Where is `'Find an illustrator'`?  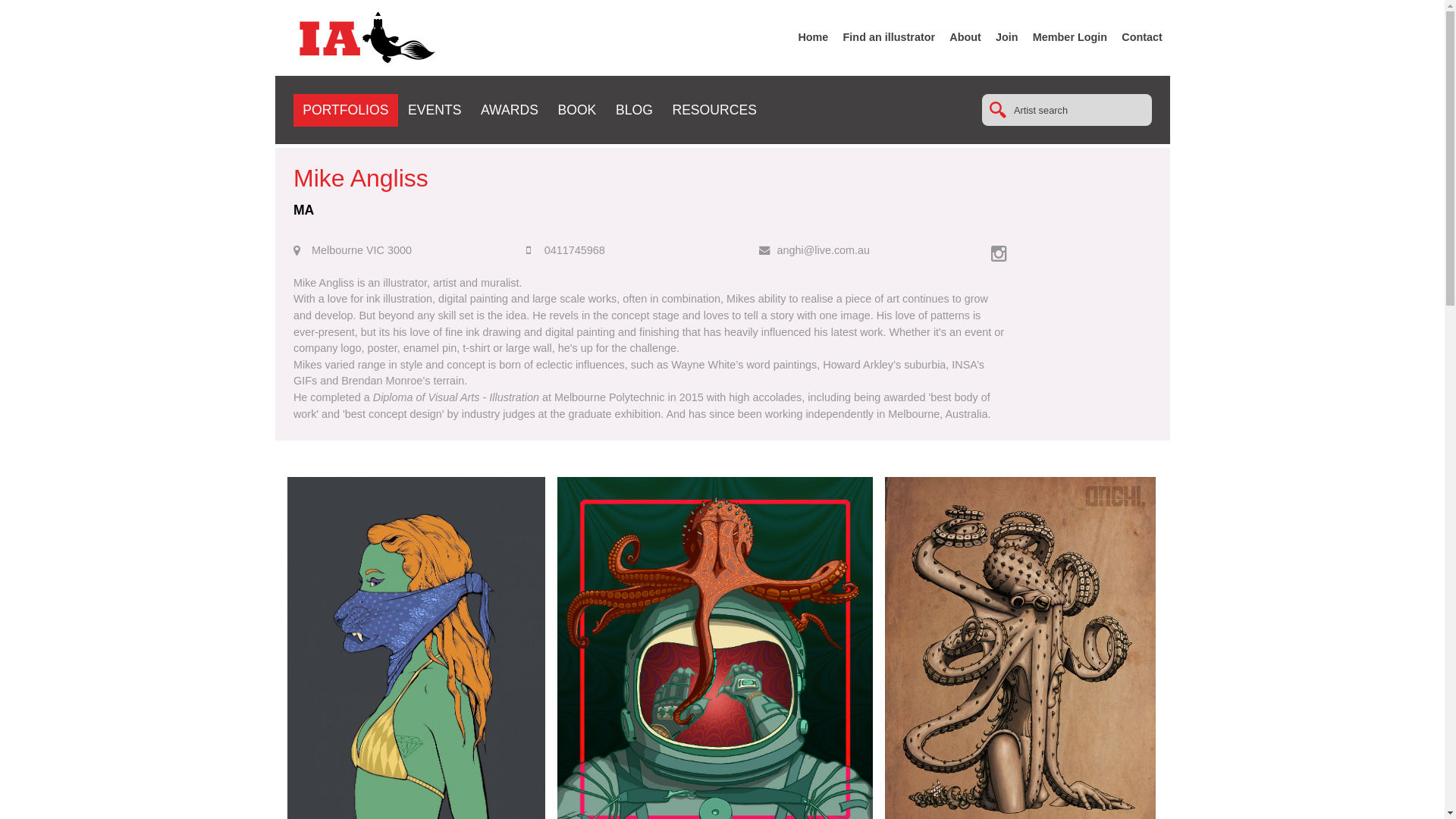 'Find an illustrator' is located at coordinates (889, 36).